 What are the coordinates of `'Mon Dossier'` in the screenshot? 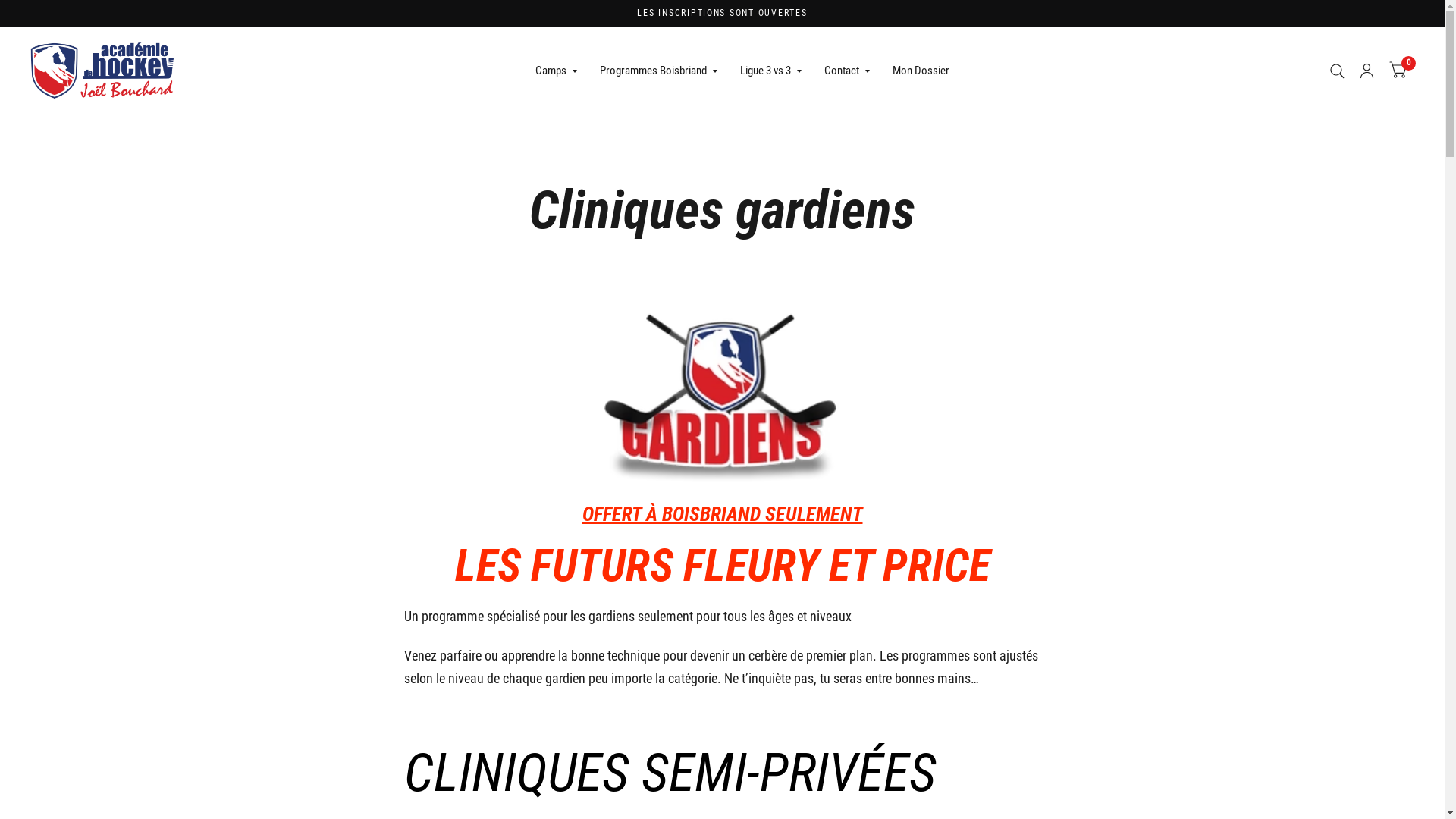 It's located at (920, 71).